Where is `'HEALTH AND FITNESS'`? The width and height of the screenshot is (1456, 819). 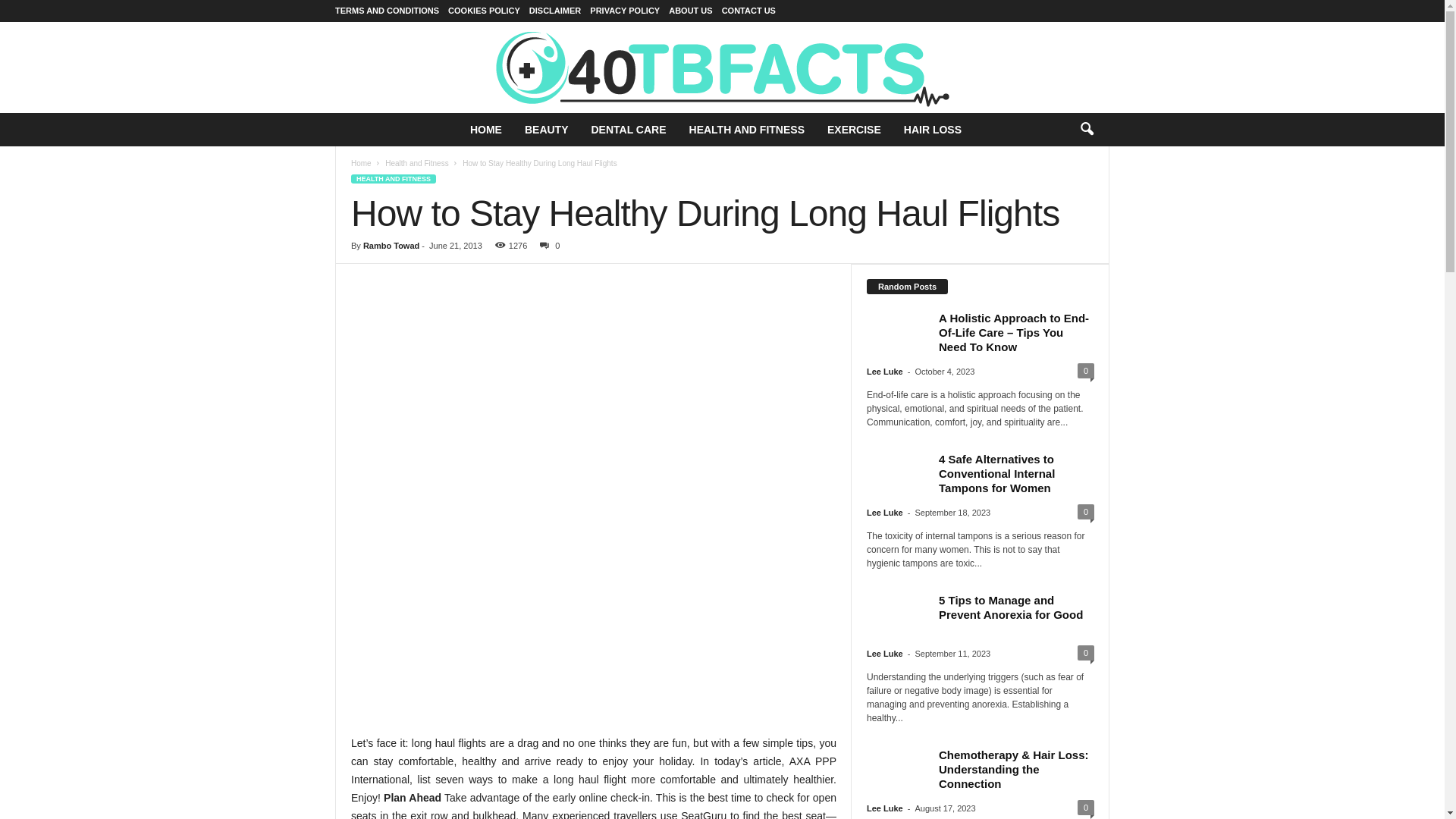
'HEALTH AND FITNESS' is located at coordinates (393, 177).